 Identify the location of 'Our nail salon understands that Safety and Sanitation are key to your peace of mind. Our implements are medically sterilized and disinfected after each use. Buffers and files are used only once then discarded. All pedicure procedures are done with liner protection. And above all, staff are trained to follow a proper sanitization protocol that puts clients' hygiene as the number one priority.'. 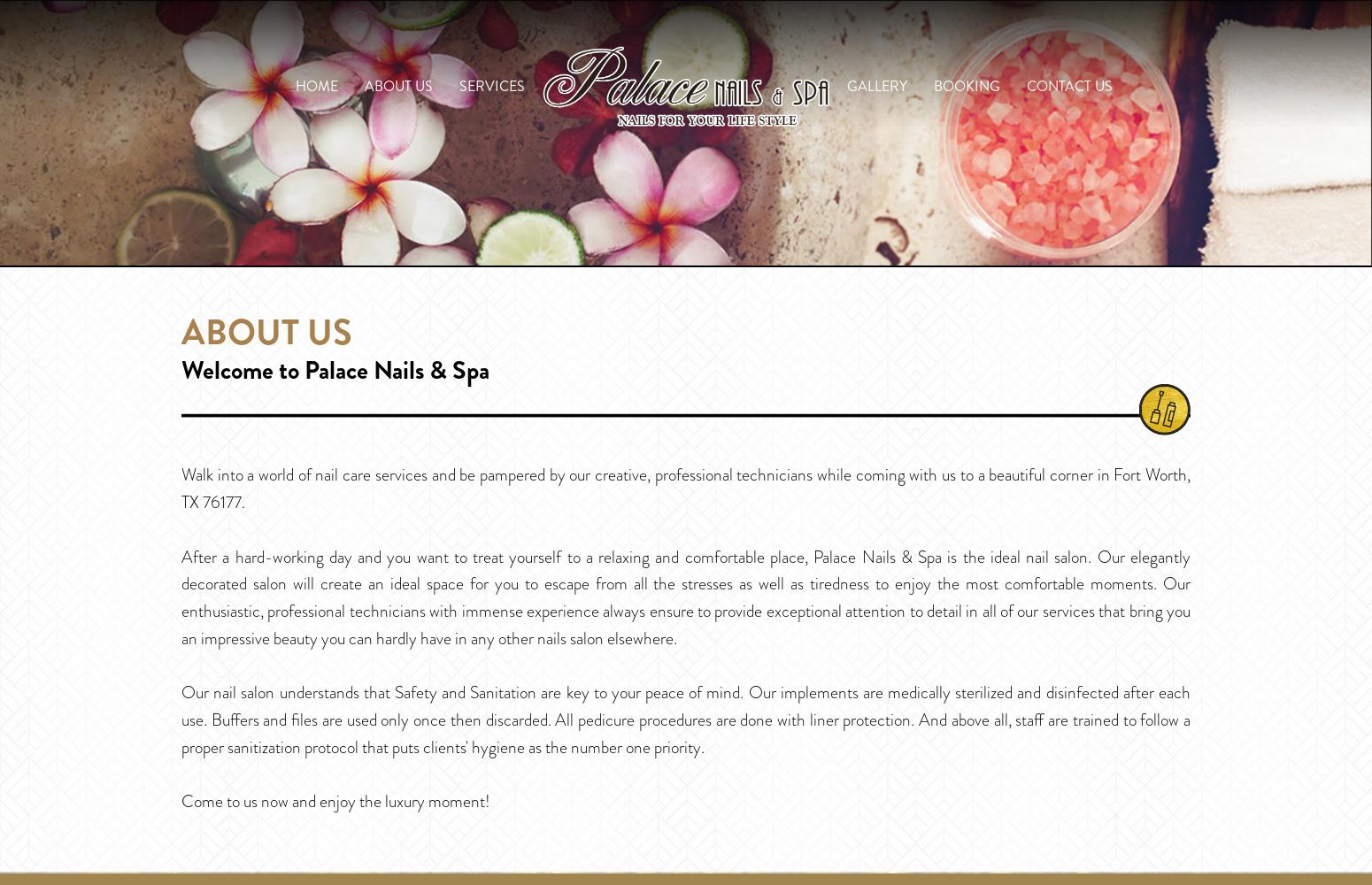
(686, 719).